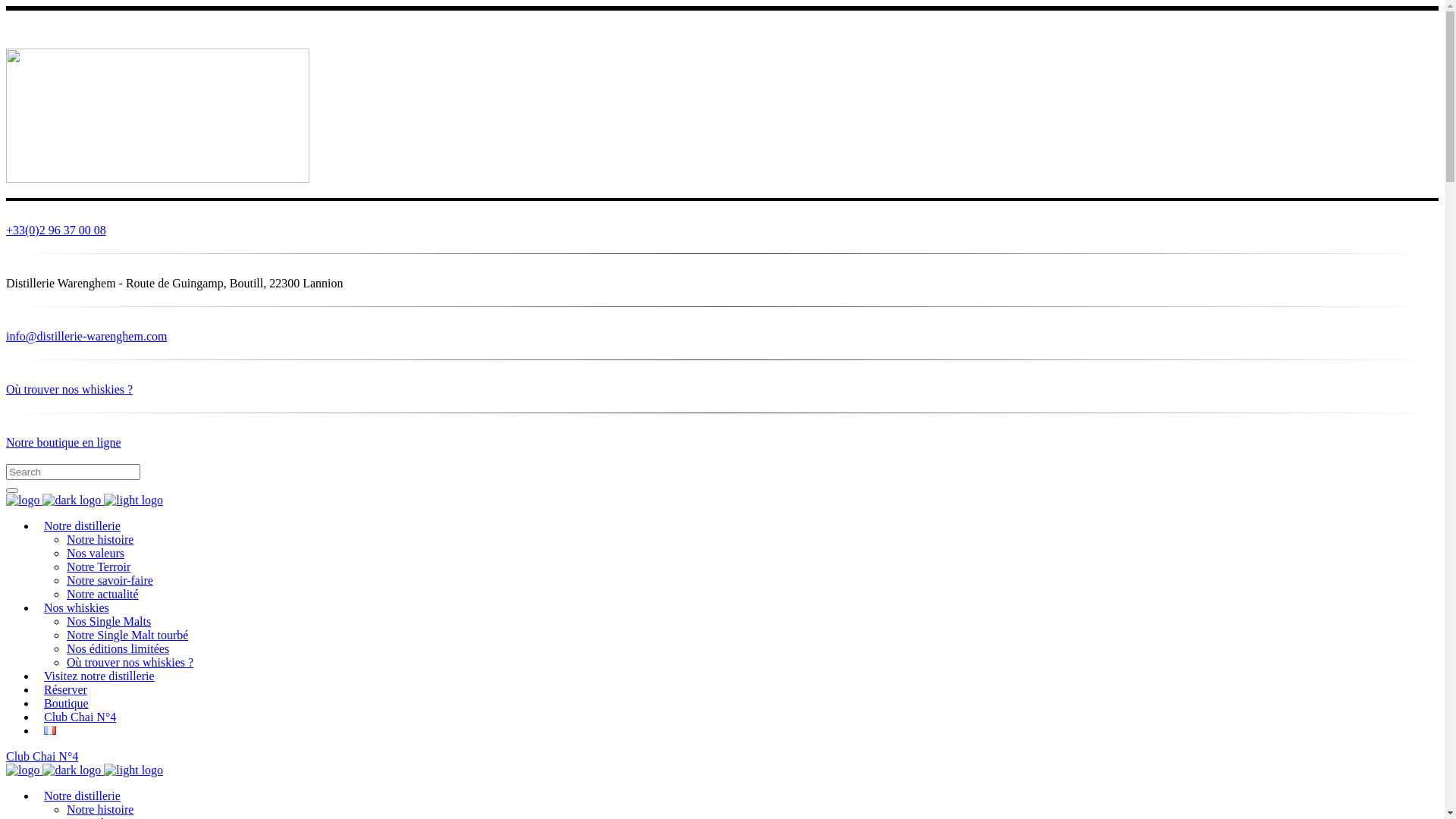 This screenshot has width=1456, height=819. Describe the element at coordinates (721, 341) in the screenshot. I see `'info@distillerie-warenghem.com'` at that location.